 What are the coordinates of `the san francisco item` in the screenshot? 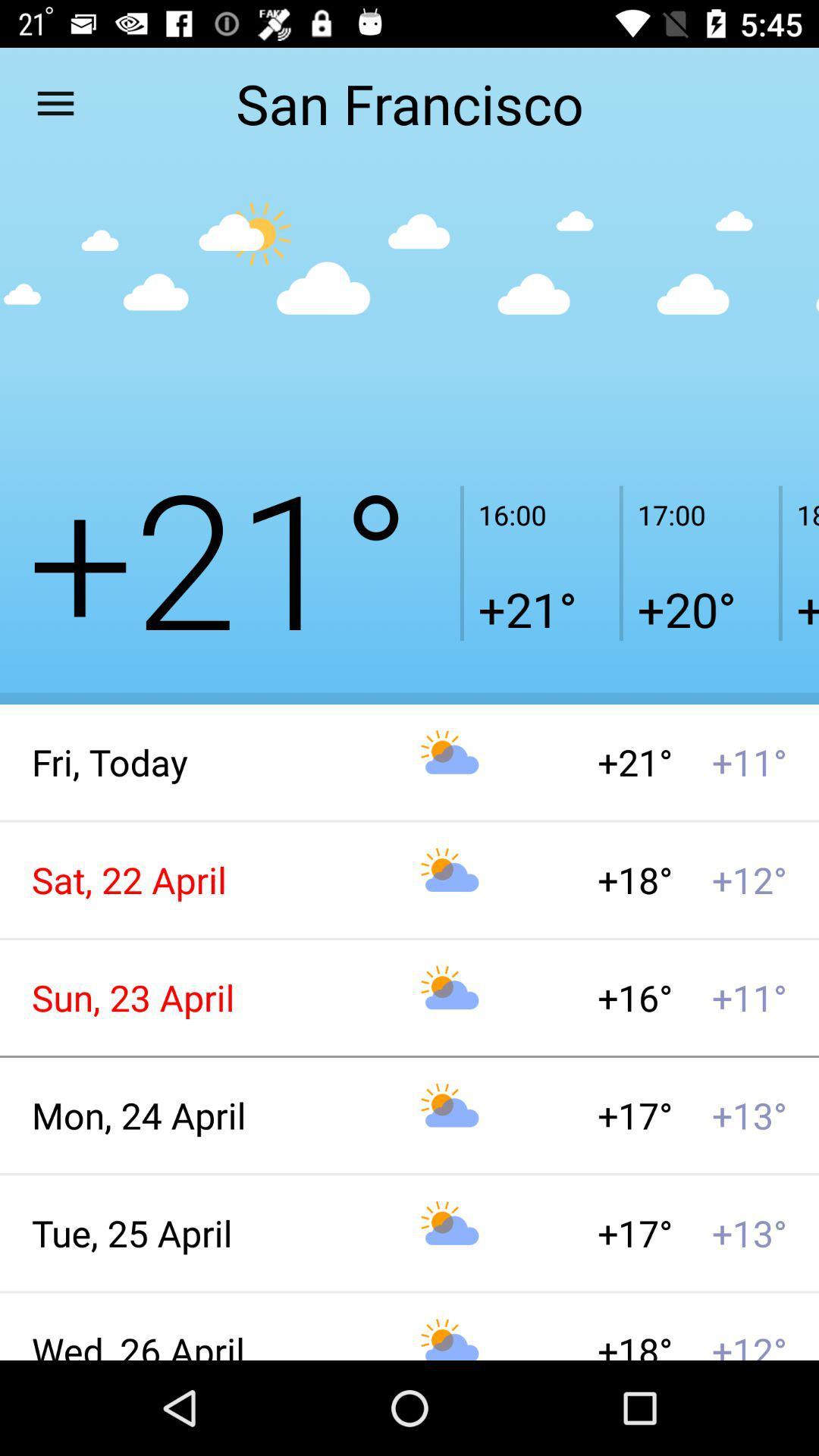 It's located at (409, 102).